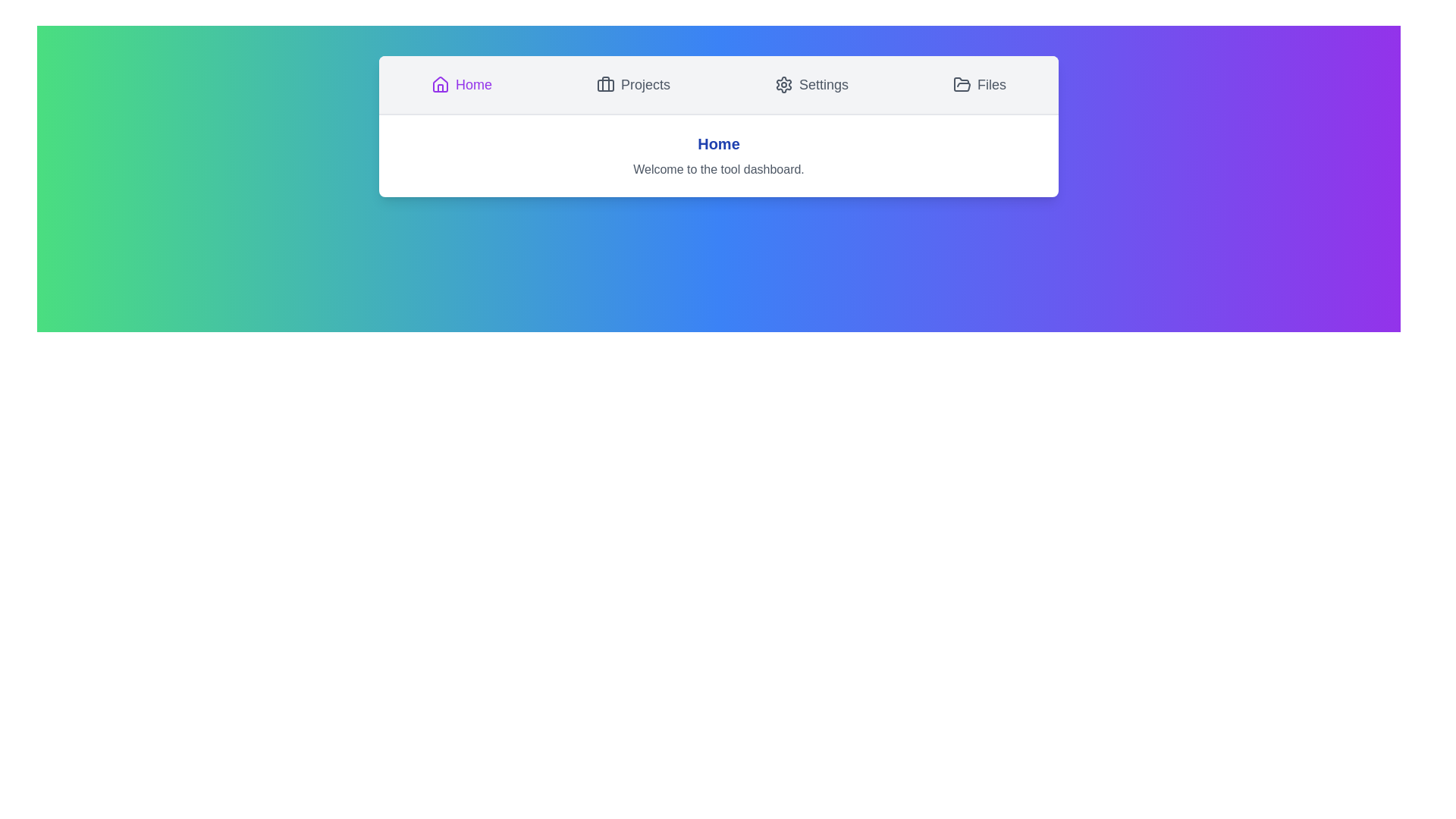 This screenshot has width=1456, height=819. I want to click on the Settings button to observe its hover effect, so click(811, 84).